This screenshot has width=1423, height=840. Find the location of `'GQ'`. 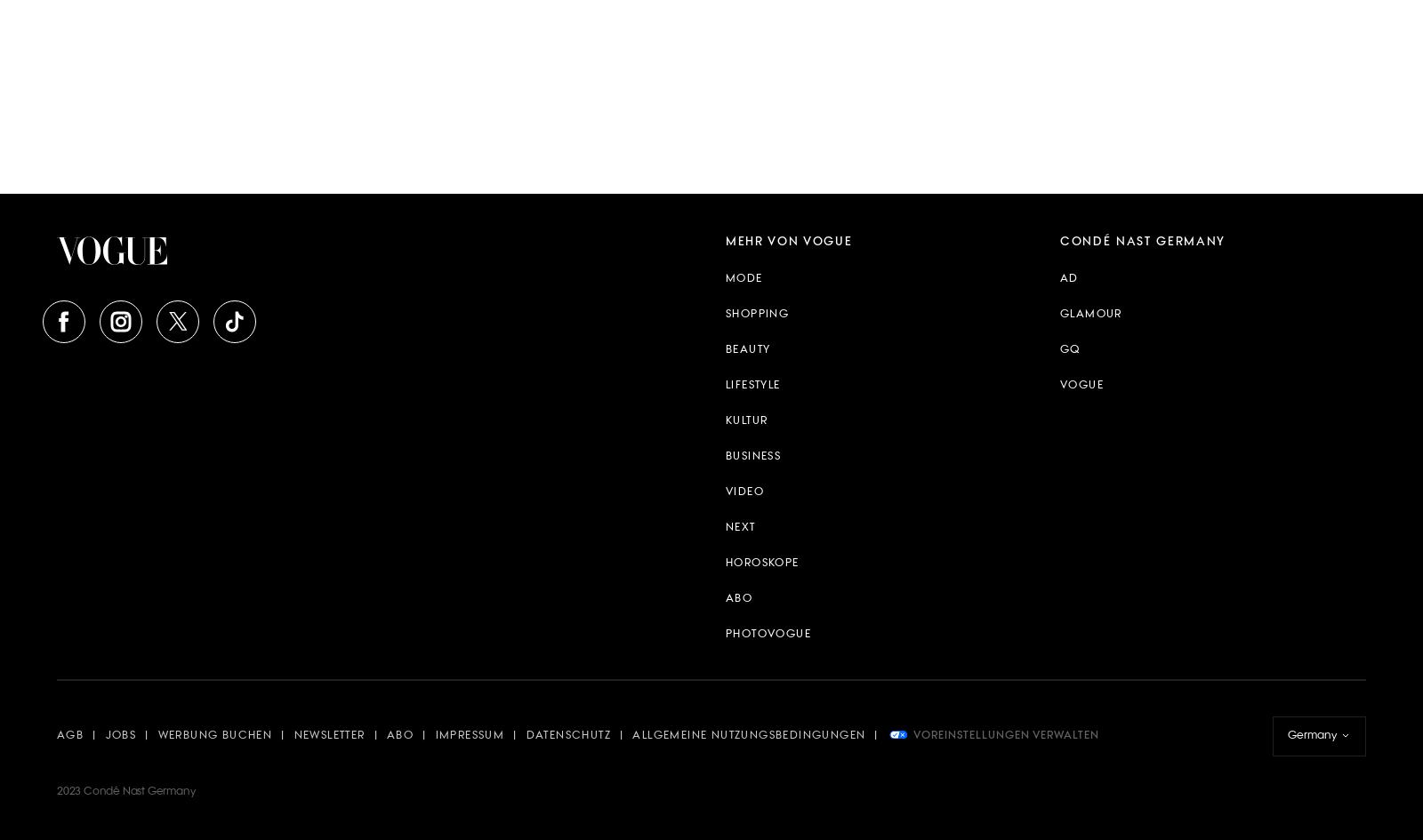

'GQ' is located at coordinates (1069, 348).